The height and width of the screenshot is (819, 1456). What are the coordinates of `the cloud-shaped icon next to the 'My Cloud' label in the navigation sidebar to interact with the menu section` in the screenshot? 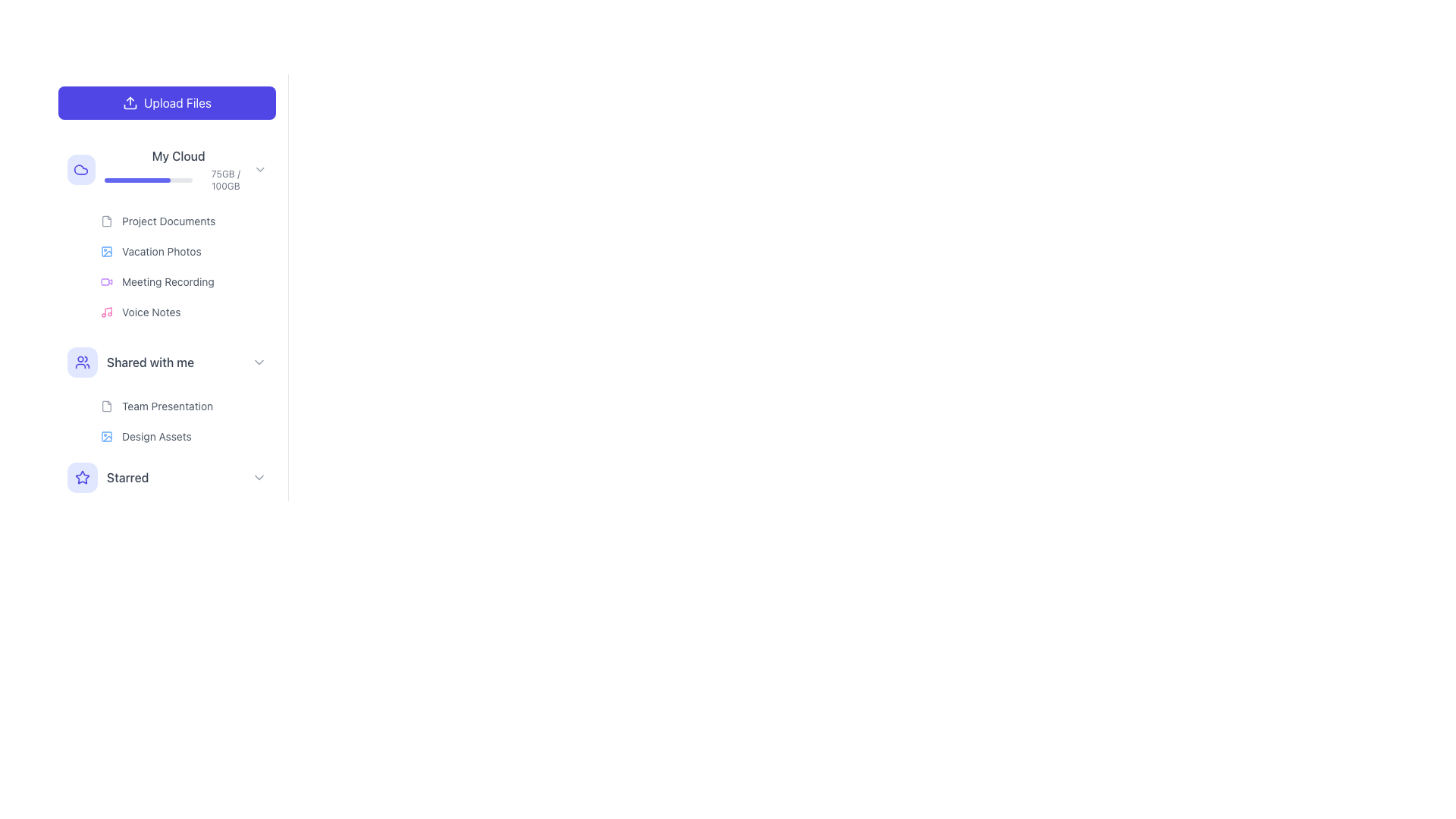 It's located at (80, 169).